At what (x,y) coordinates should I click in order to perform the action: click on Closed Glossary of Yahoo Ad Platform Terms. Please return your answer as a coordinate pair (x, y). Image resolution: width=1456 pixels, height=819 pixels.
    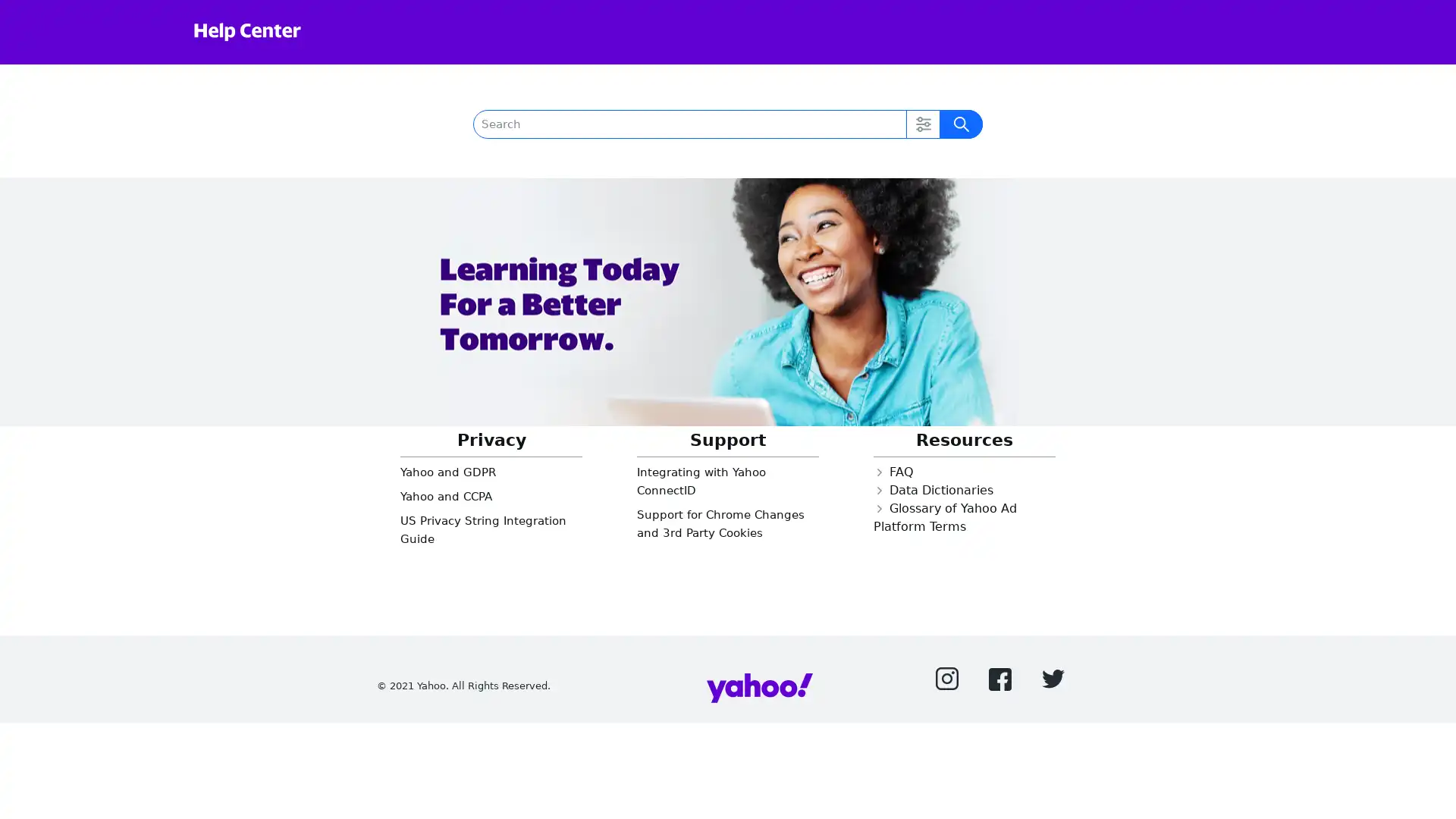
    Looking at the image, I should click on (944, 516).